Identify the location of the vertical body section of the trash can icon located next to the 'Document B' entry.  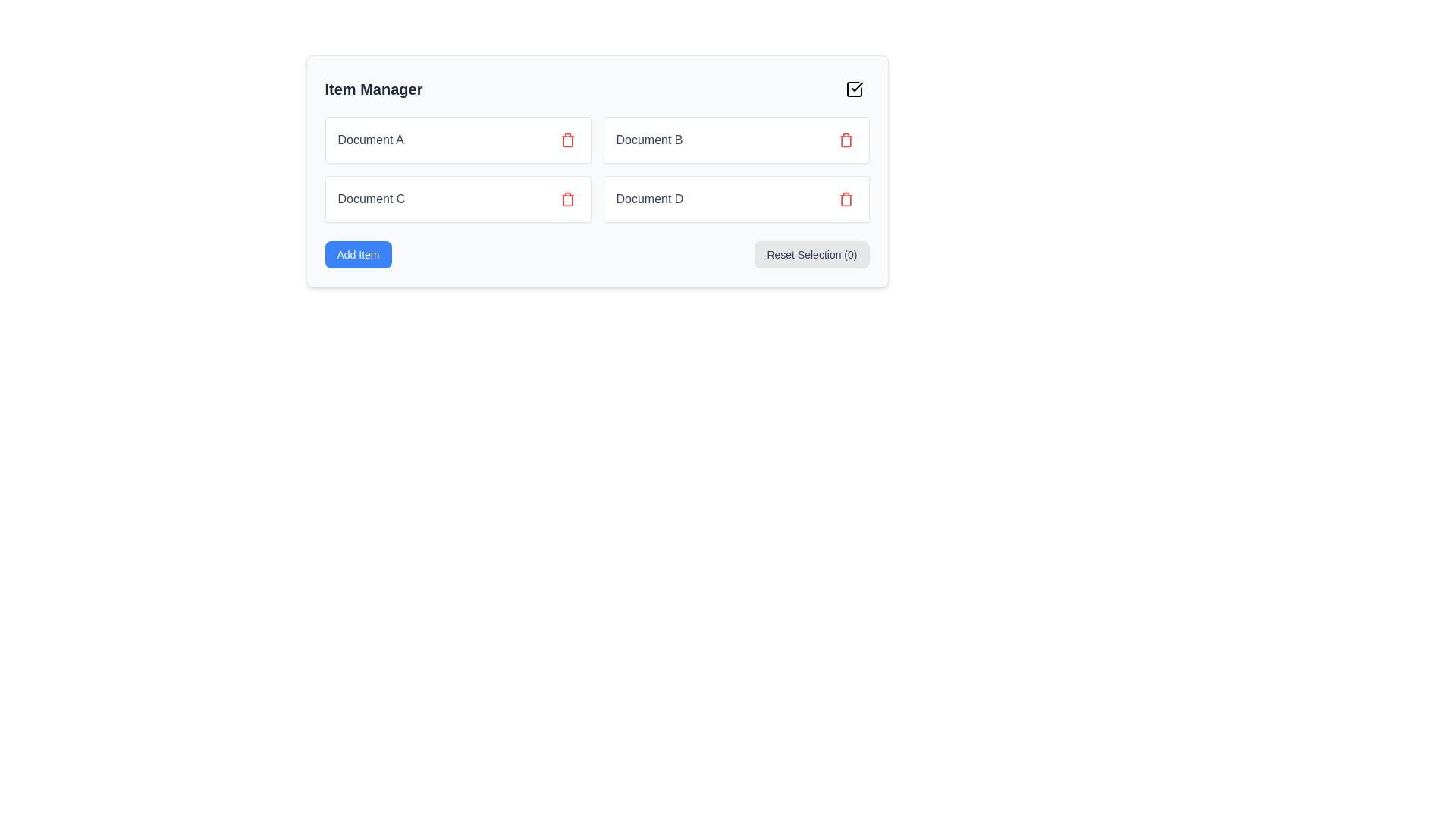
(845, 141).